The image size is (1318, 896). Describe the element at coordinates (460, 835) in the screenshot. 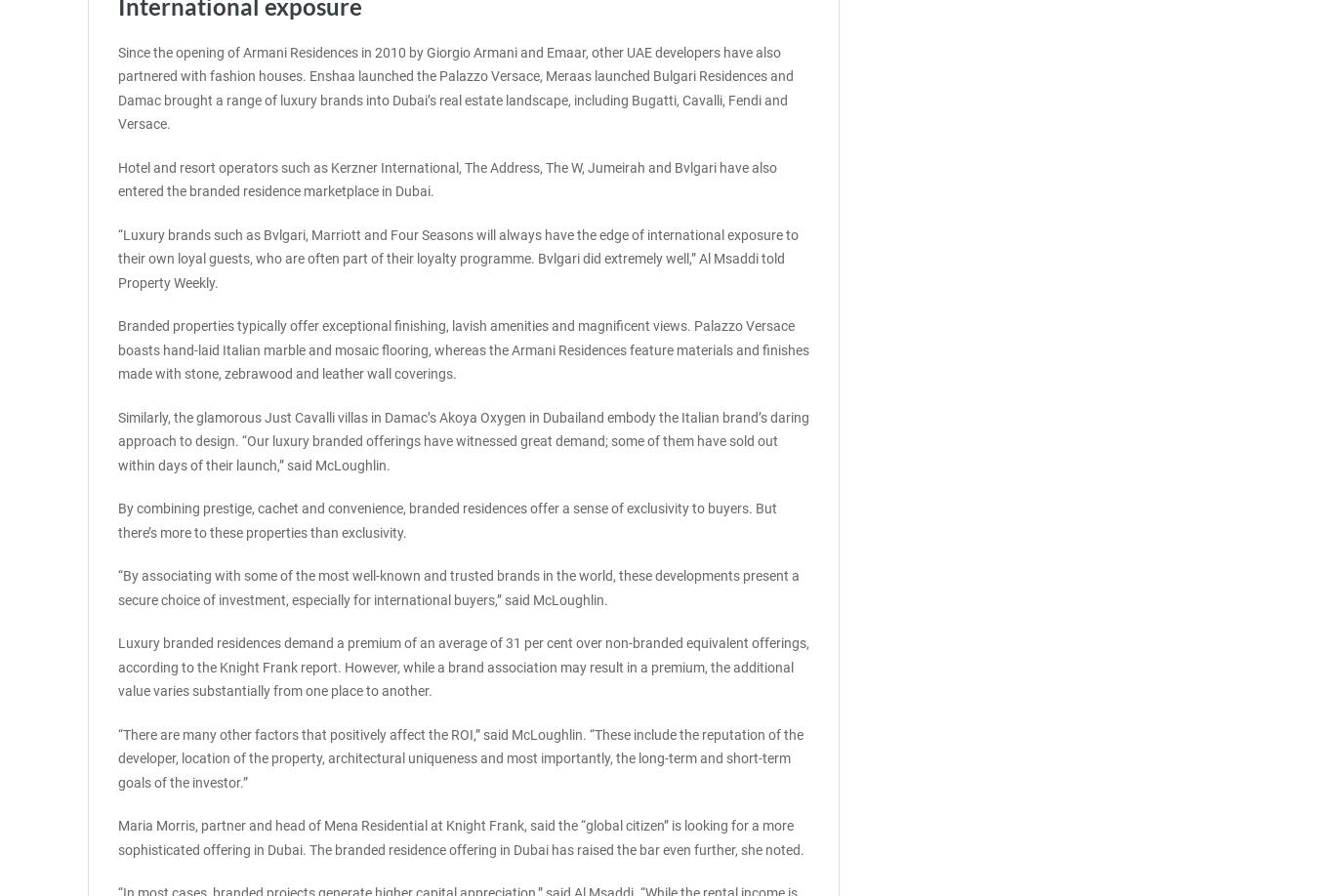

I see `'Maria Morris, partner and head of Mena Residential at Knight Frank, said the “global citizen” is looking for a more sophisticated offering in Dubai. The branded residence offering in Dubai has raised the bar even further, she noted.'` at that location.